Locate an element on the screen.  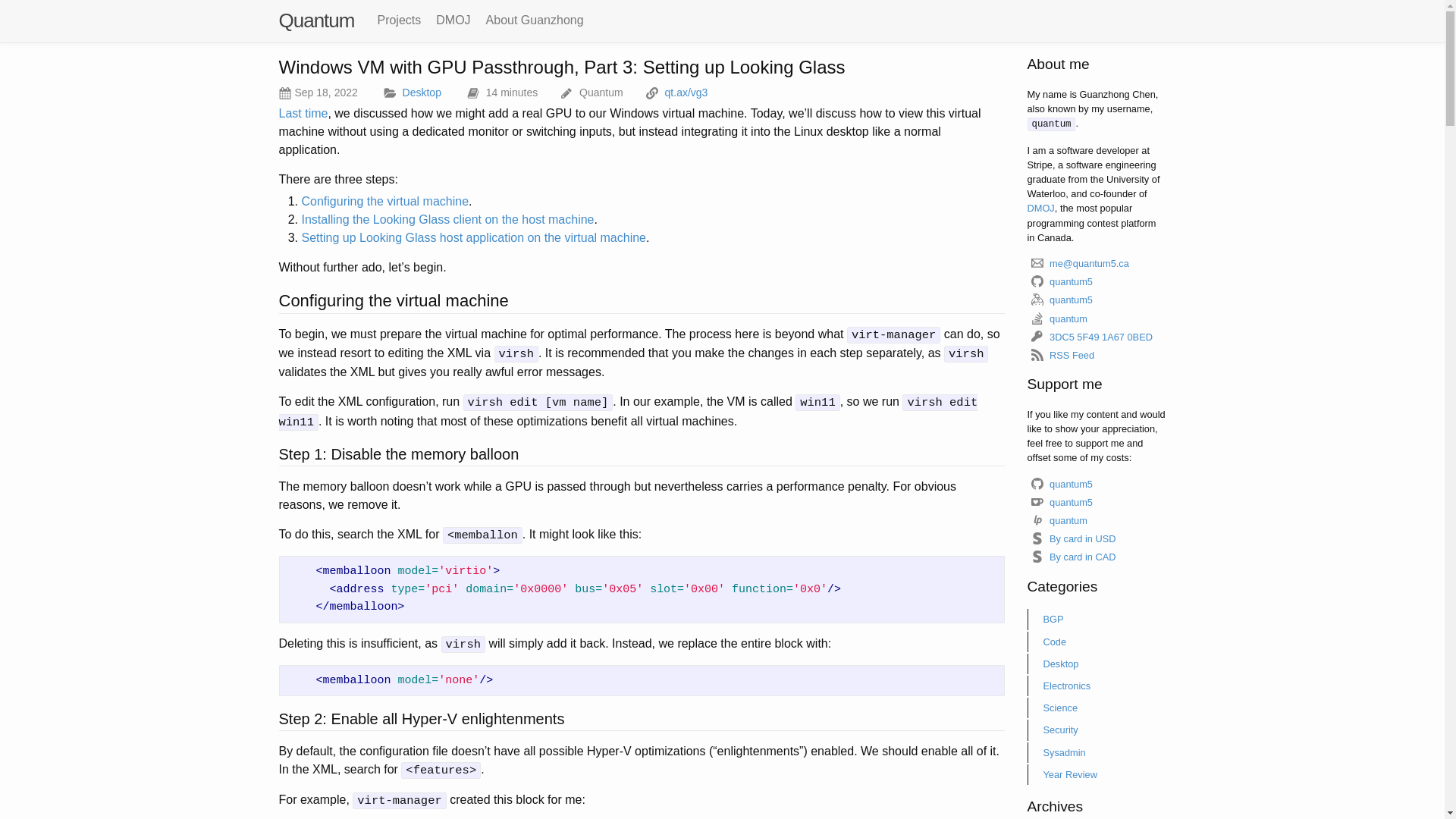
'3DC5 5F49 1A67 0BED' is located at coordinates (1090, 336).